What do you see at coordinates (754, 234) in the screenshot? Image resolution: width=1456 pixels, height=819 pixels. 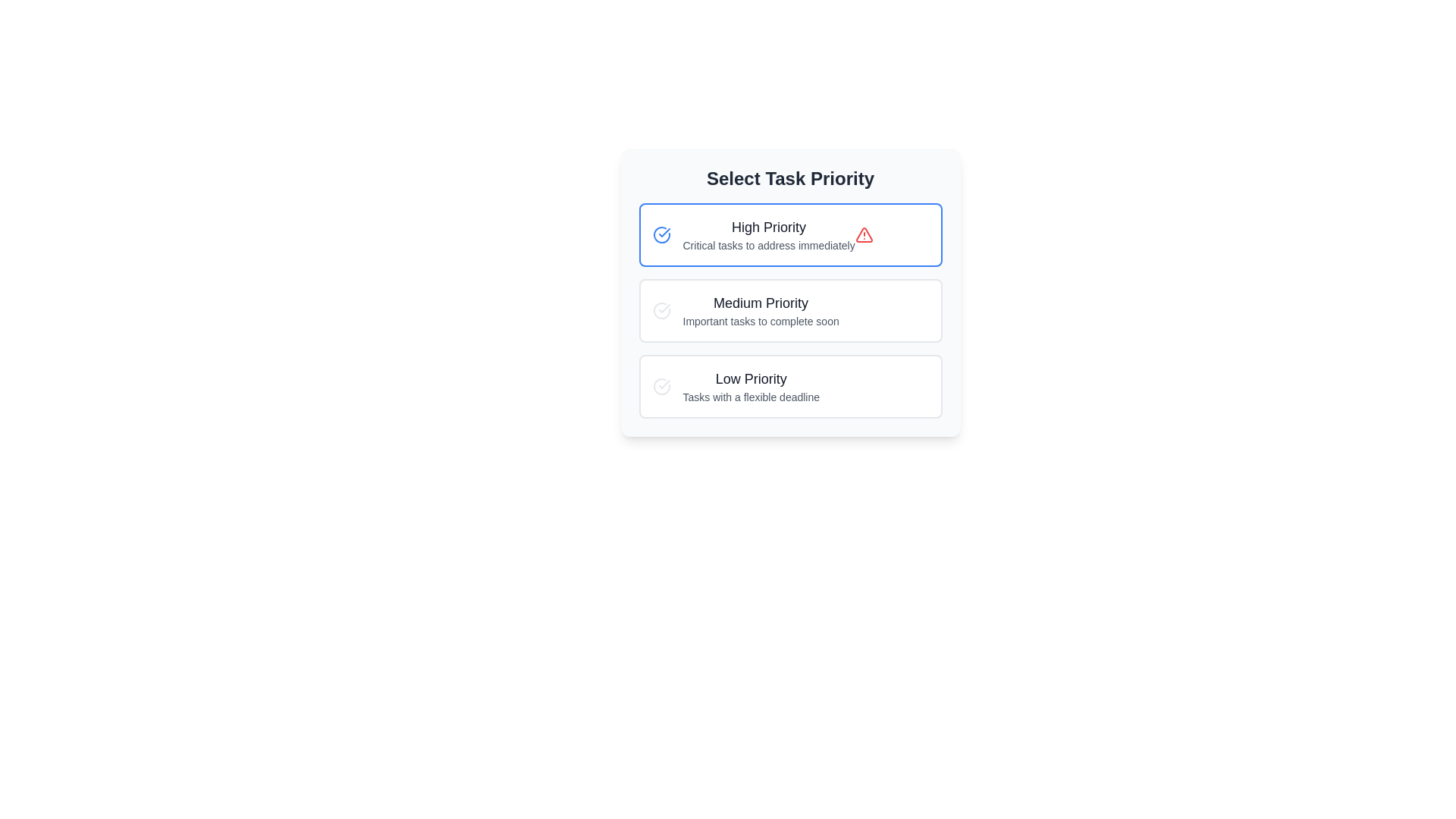 I see `the 'High Priority' text element that has a bold heading and a smaller subtitle indicating critical tasks, positioned within a bordered card under the title 'Select Task Priority'` at bounding box center [754, 234].